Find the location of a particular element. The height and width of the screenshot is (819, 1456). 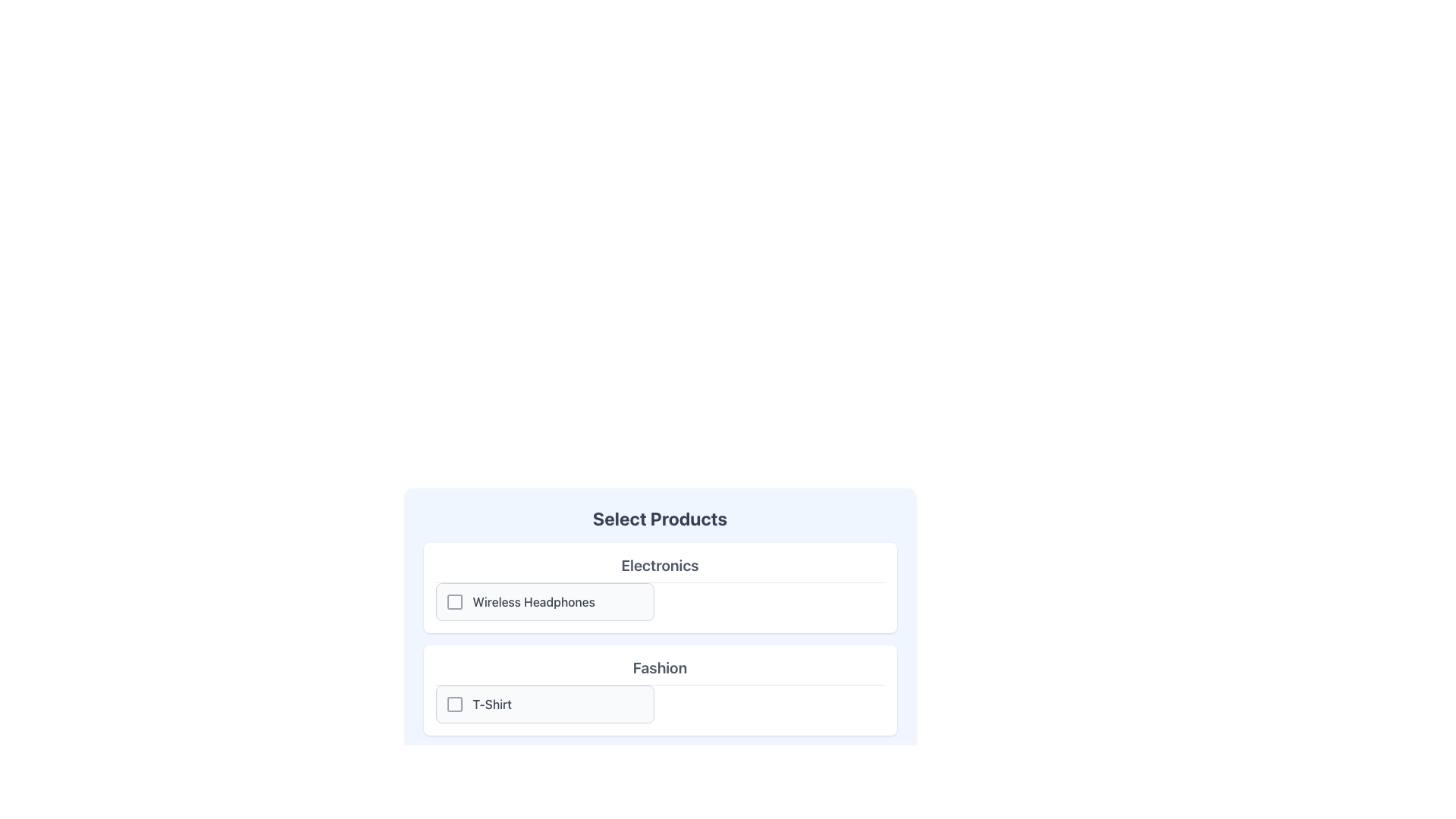

the static text label displaying 'T-Shirt' which is styled in medium-weight gray font and located under the 'Fashion' category in the 'Select Products' section, positioned to the right of a checkbox icon is located at coordinates (492, 704).